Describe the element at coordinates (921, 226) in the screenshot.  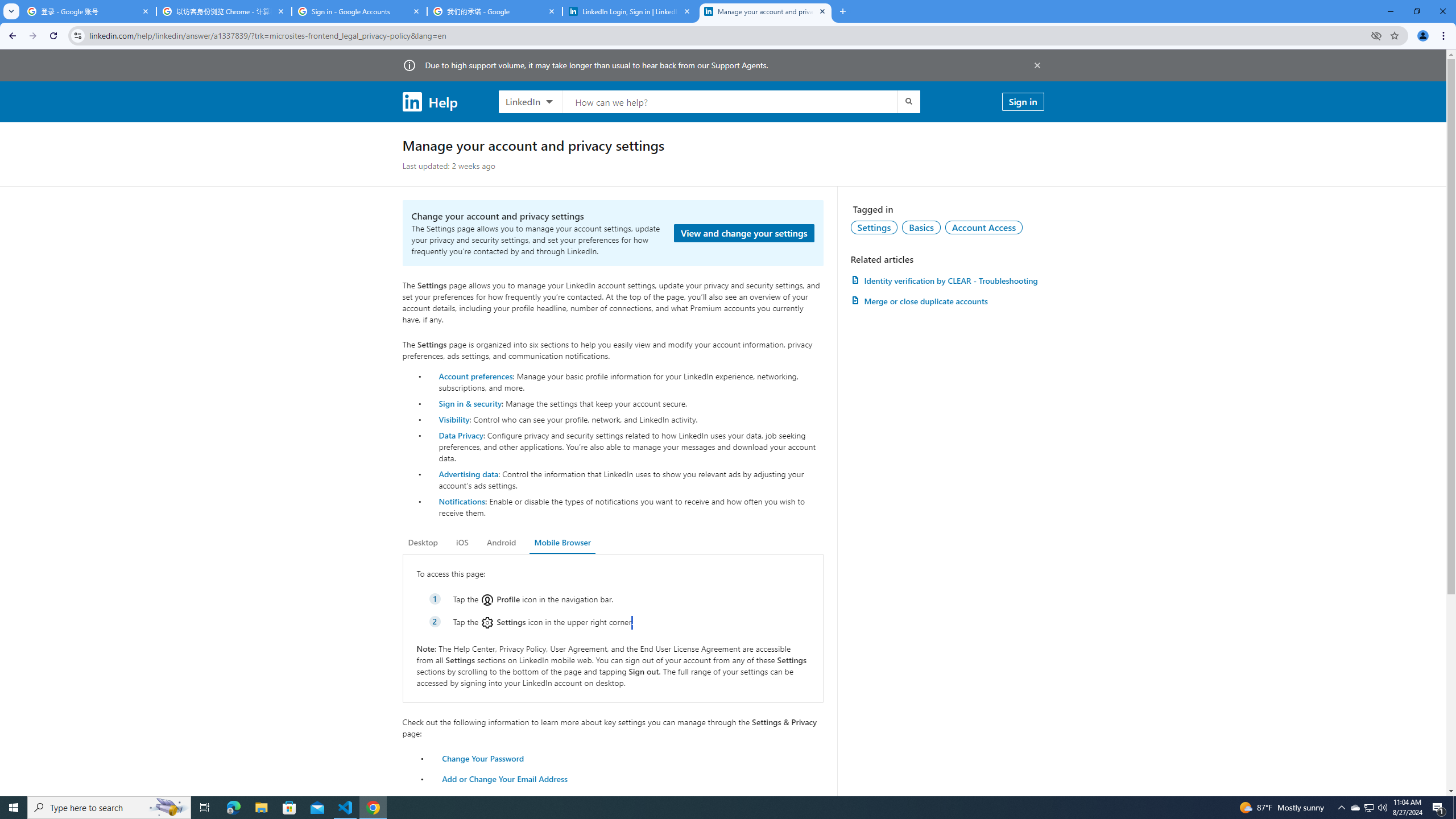
I see `'Basics'` at that location.